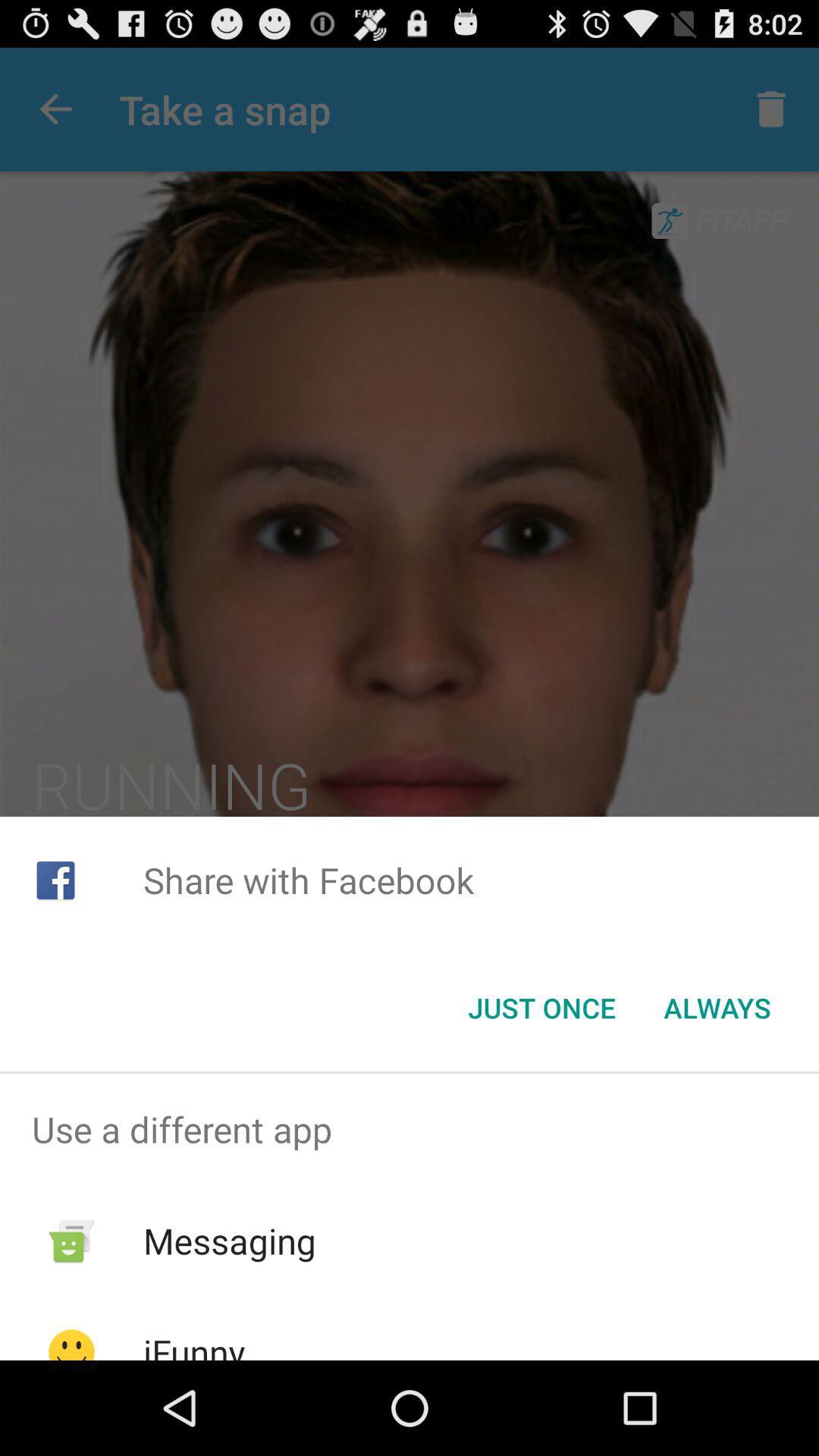 Image resolution: width=819 pixels, height=1456 pixels. I want to click on button to the left of always button, so click(541, 1008).